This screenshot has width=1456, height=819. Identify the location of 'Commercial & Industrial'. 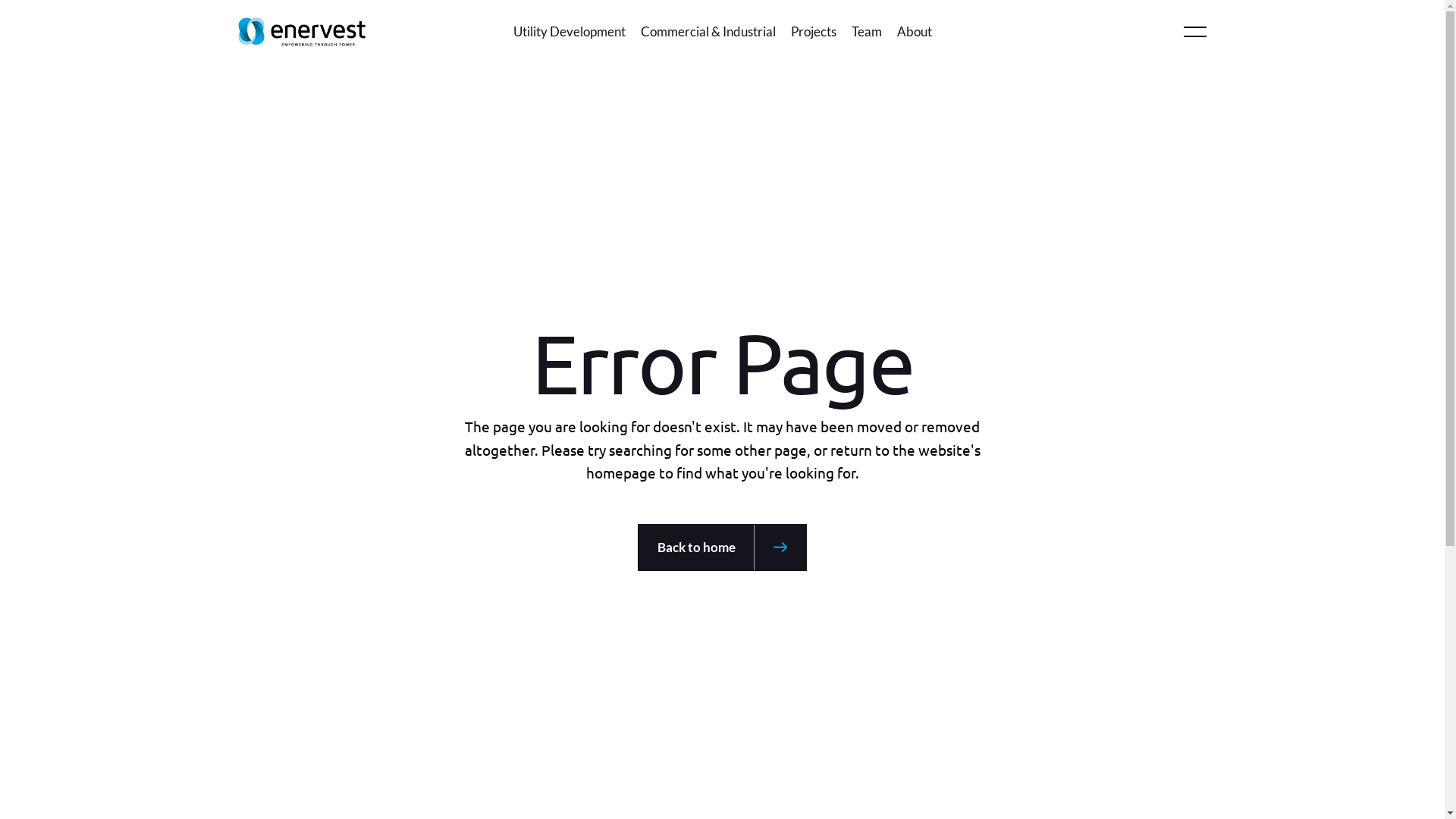
(706, 32).